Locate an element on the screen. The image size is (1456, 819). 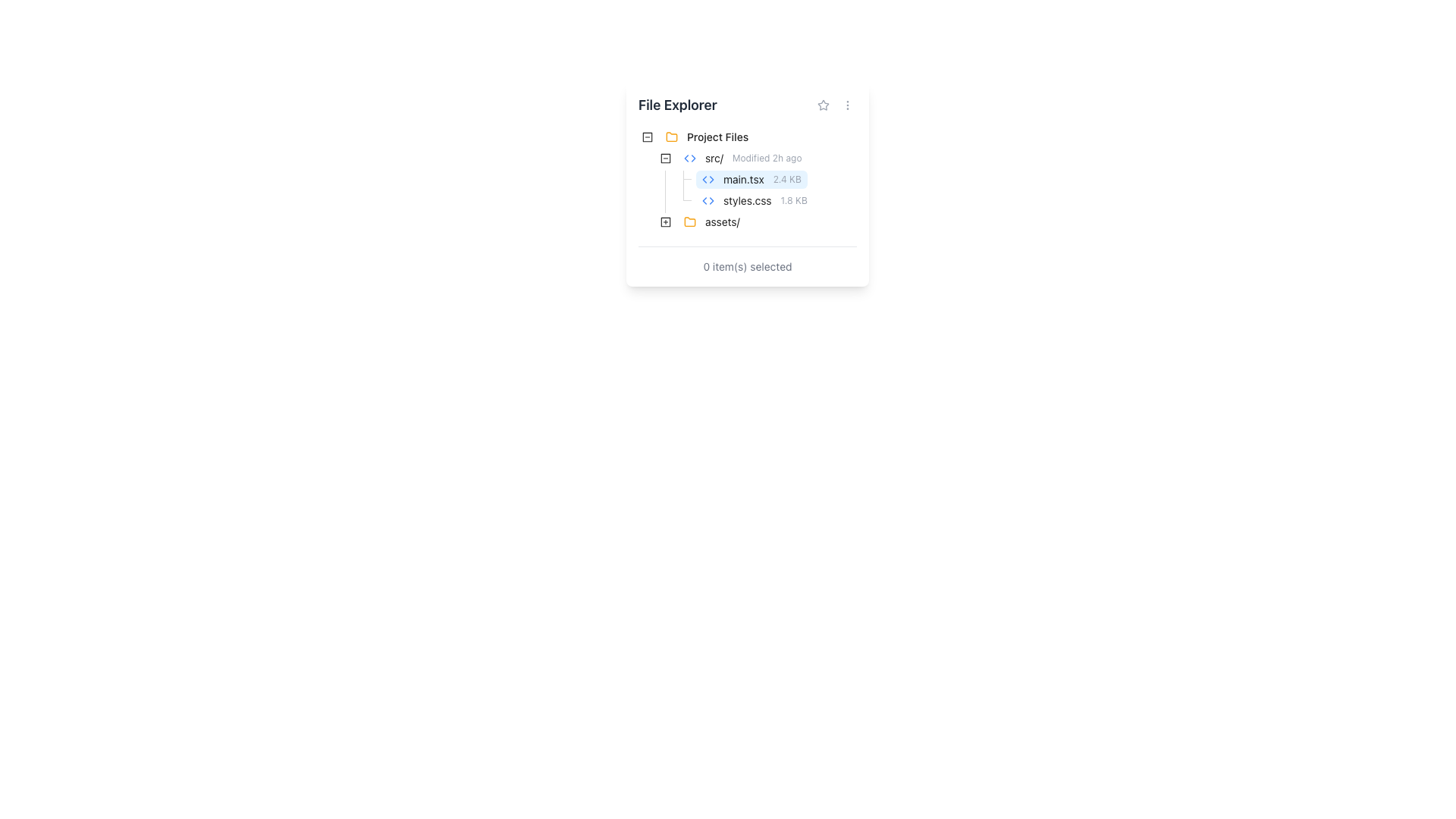
the text label representing the folder named 'assets/' within the 'Project Files/src/' directory in the file explorer is located at coordinates (721, 222).